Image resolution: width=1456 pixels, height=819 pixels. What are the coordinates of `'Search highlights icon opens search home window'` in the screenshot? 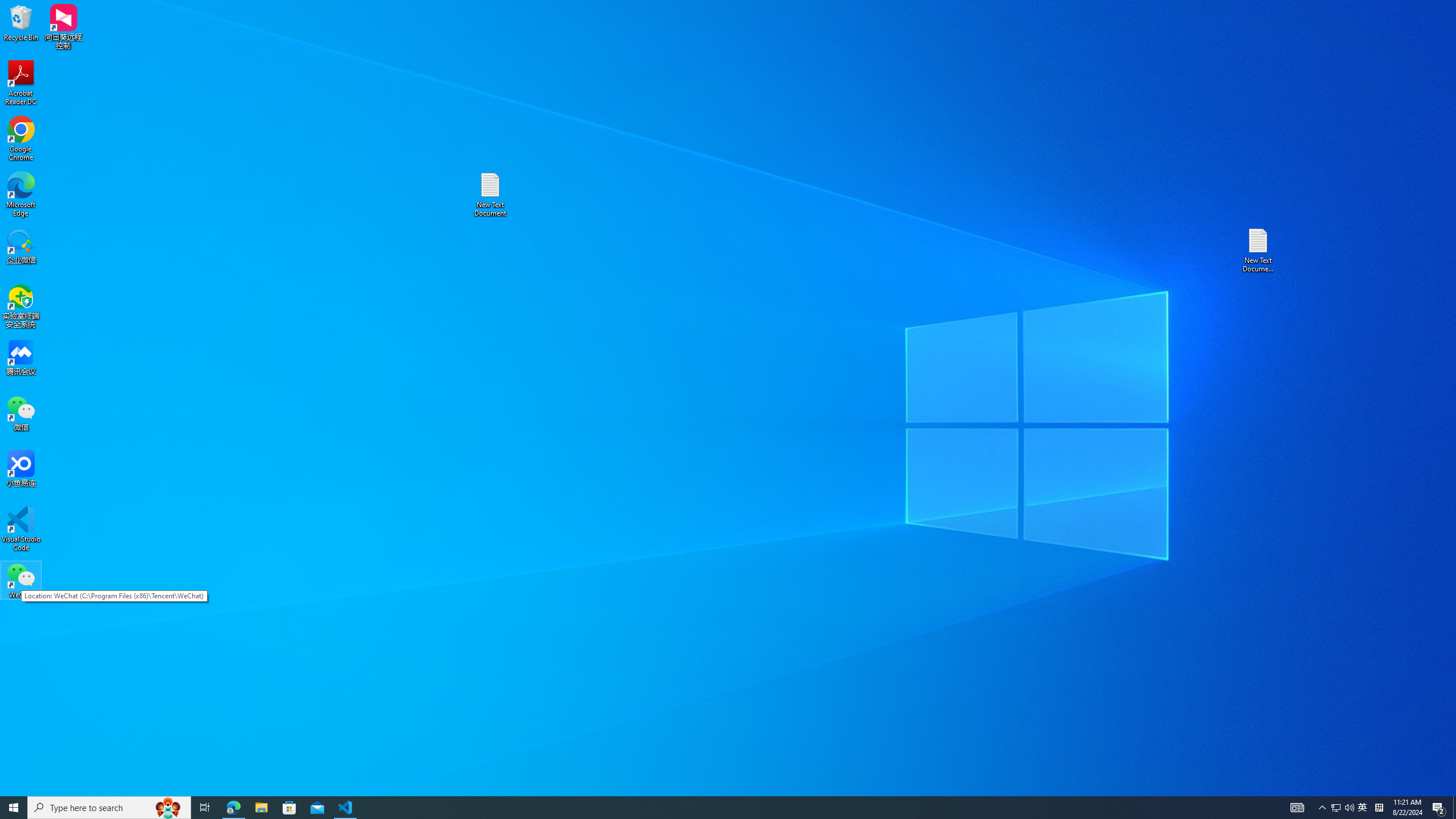 It's located at (167, 806).